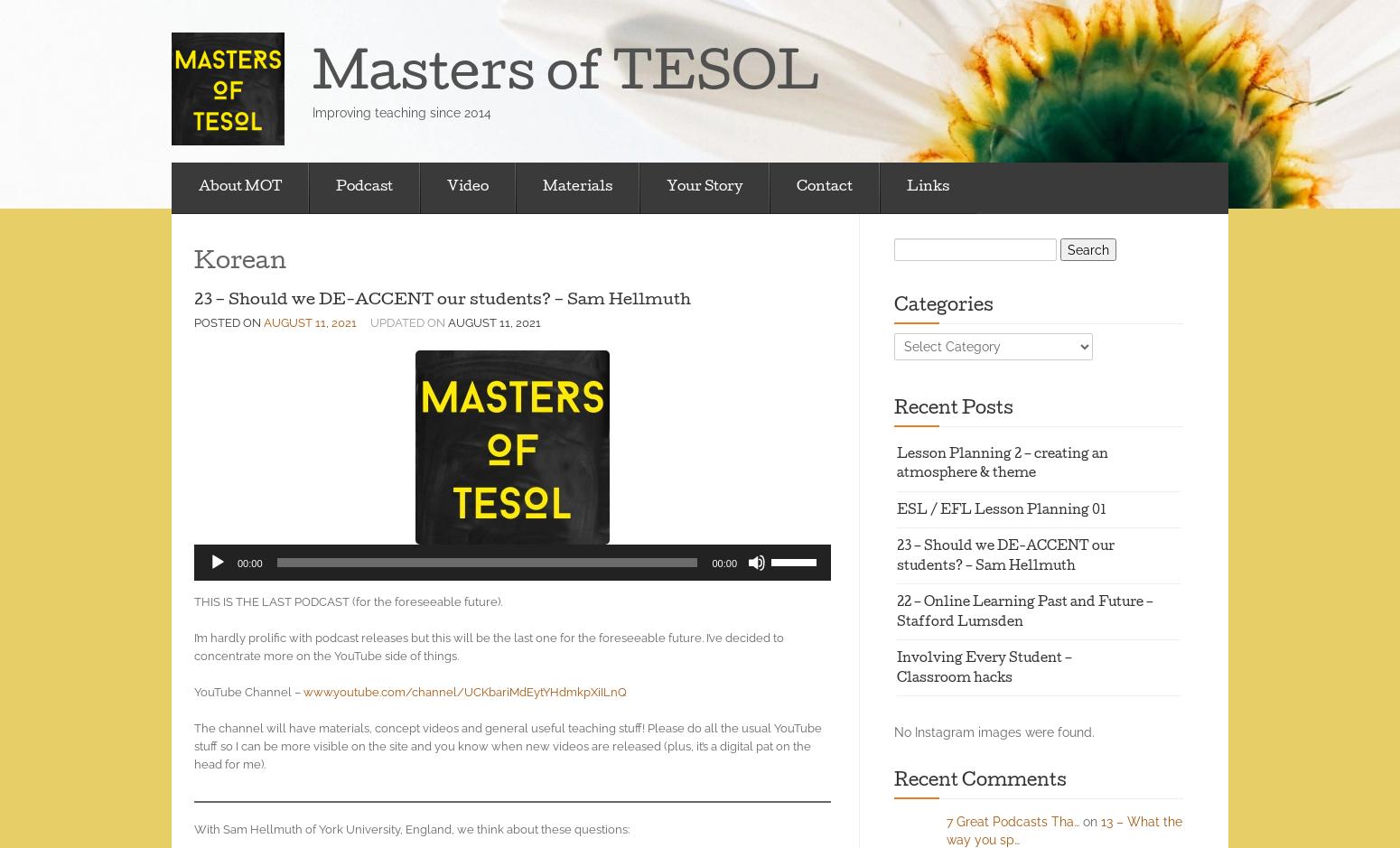 Image resolution: width=1400 pixels, height=848 pixels. What do you see at coordinates (467, 186) in the screenshot?
I see `'Video'` at bounding box center [467, 186].